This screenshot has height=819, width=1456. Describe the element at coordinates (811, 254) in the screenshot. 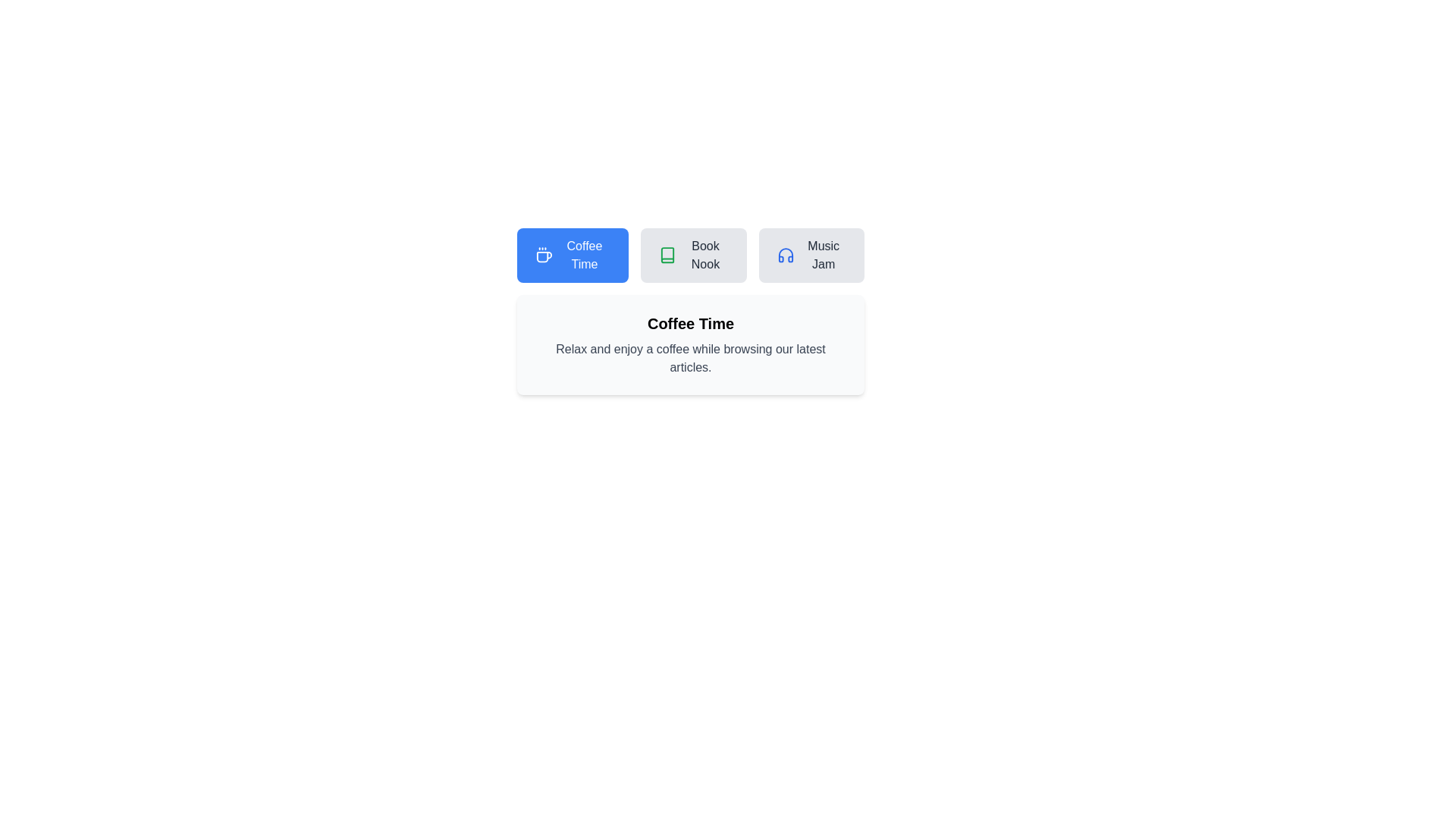

I see `the tab corresponding to Music Jam` at that location.